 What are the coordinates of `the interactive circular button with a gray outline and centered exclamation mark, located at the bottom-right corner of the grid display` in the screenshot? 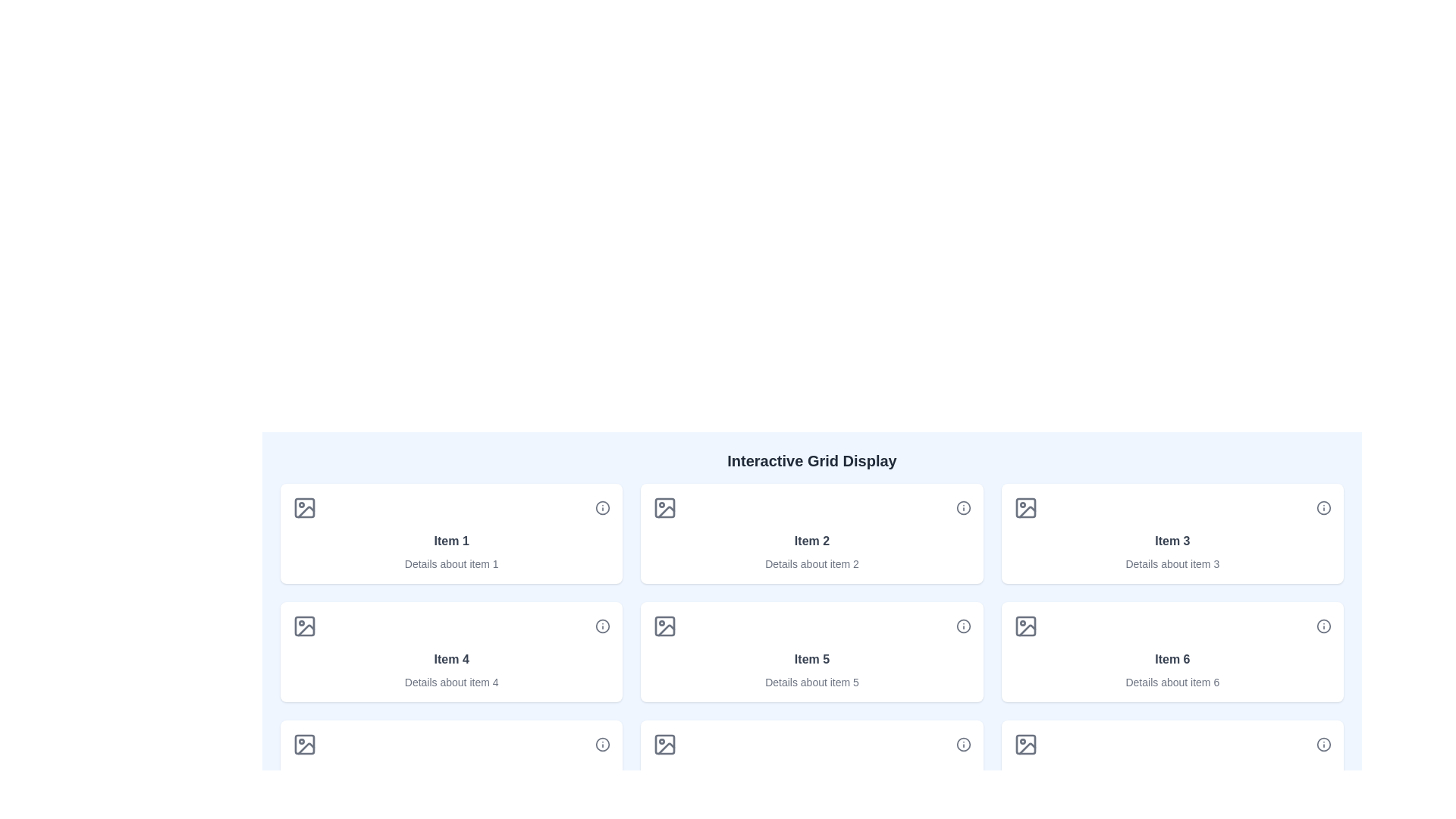 It's located at (1323, 744).